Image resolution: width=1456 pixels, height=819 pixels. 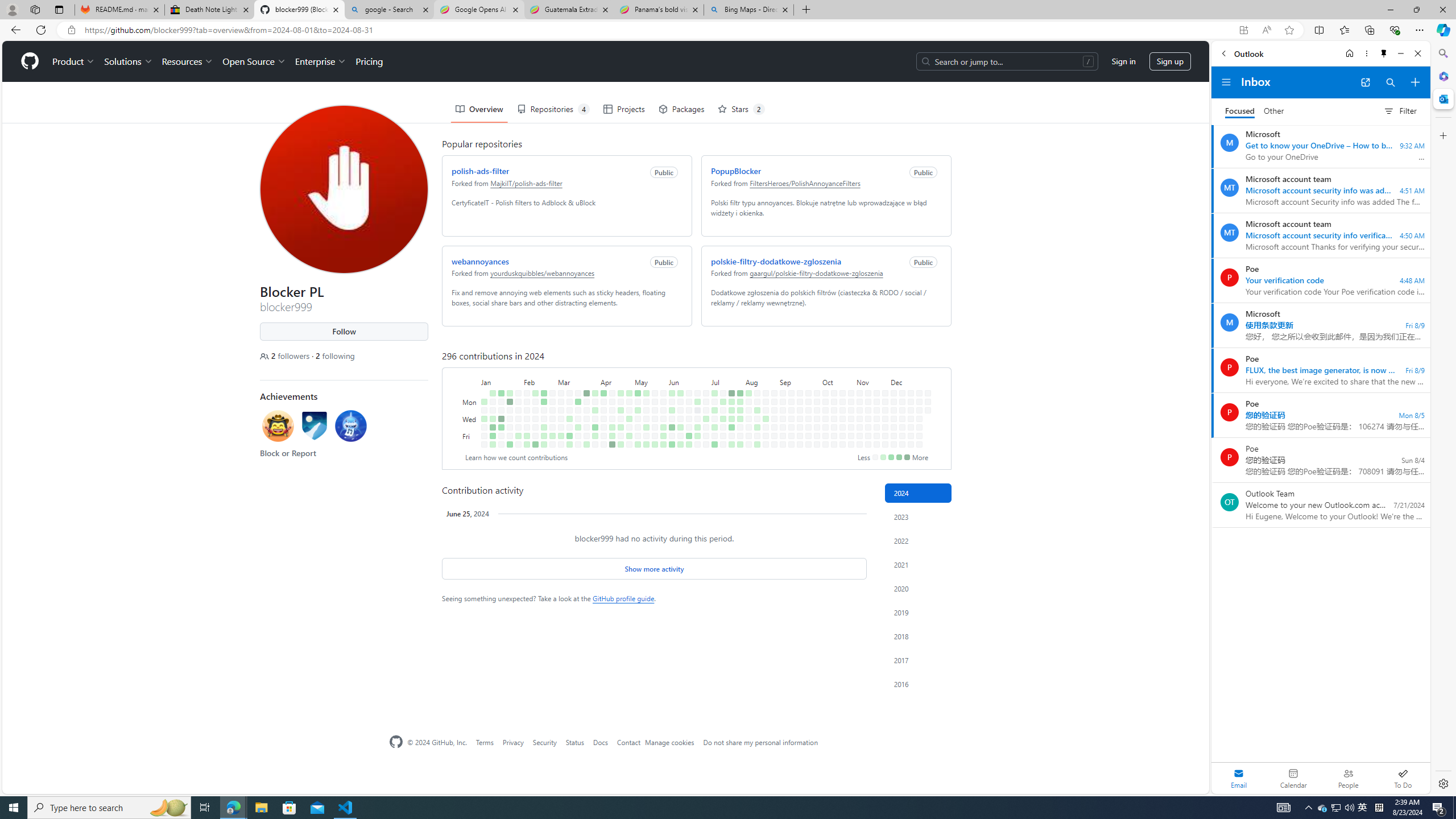 I want to click on 'Microsoft 365', so click(x=1442, y=76).